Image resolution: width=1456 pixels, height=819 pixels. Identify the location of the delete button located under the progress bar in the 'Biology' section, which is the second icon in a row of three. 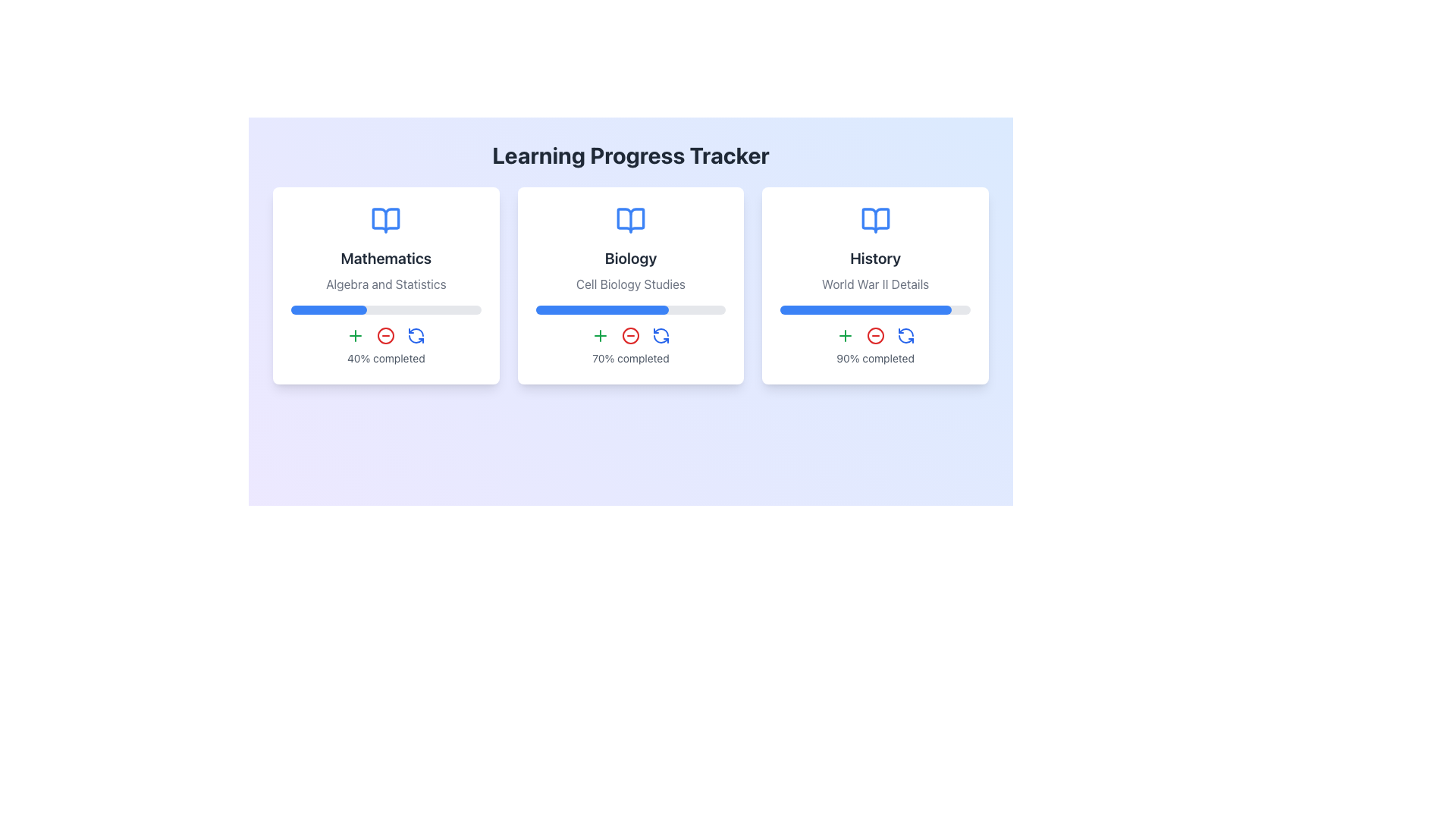
(630, 335).